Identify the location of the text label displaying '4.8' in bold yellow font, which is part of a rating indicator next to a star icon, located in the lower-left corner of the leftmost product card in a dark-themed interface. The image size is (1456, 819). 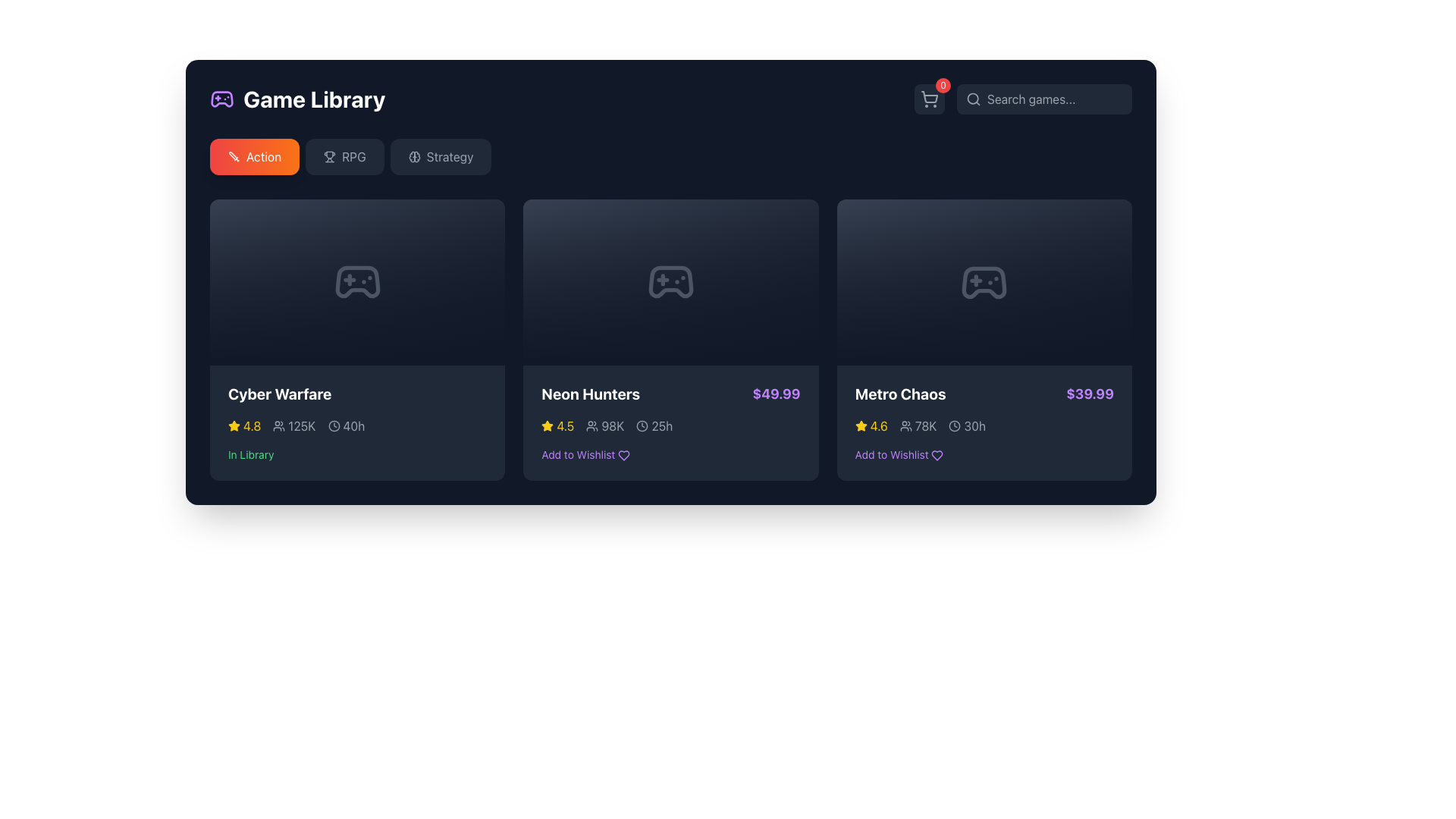
(252, 426).